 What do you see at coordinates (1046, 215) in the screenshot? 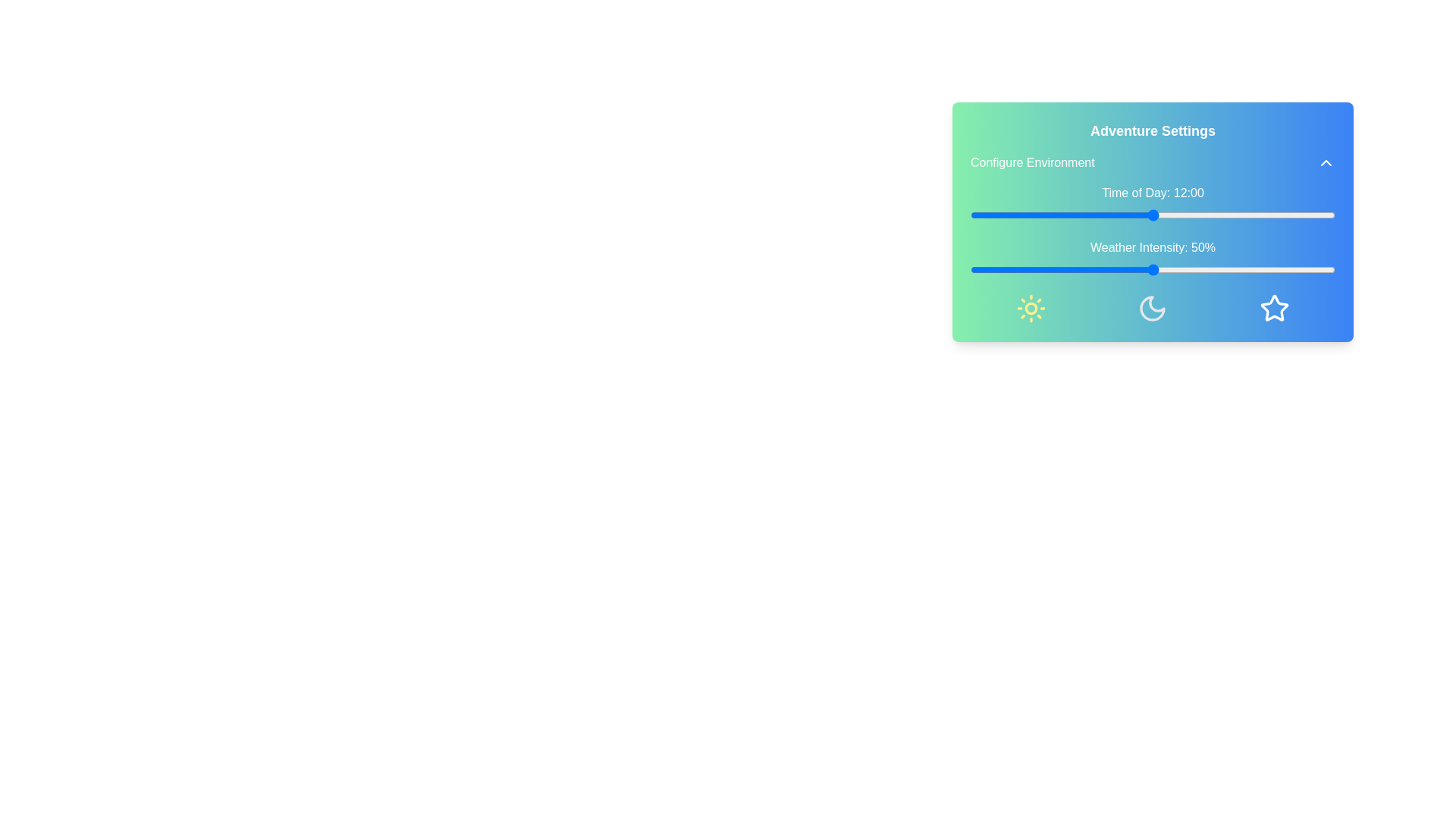
I see `the 'Time of Day' slider to 5 hours` at bounding box center [1046, 215].